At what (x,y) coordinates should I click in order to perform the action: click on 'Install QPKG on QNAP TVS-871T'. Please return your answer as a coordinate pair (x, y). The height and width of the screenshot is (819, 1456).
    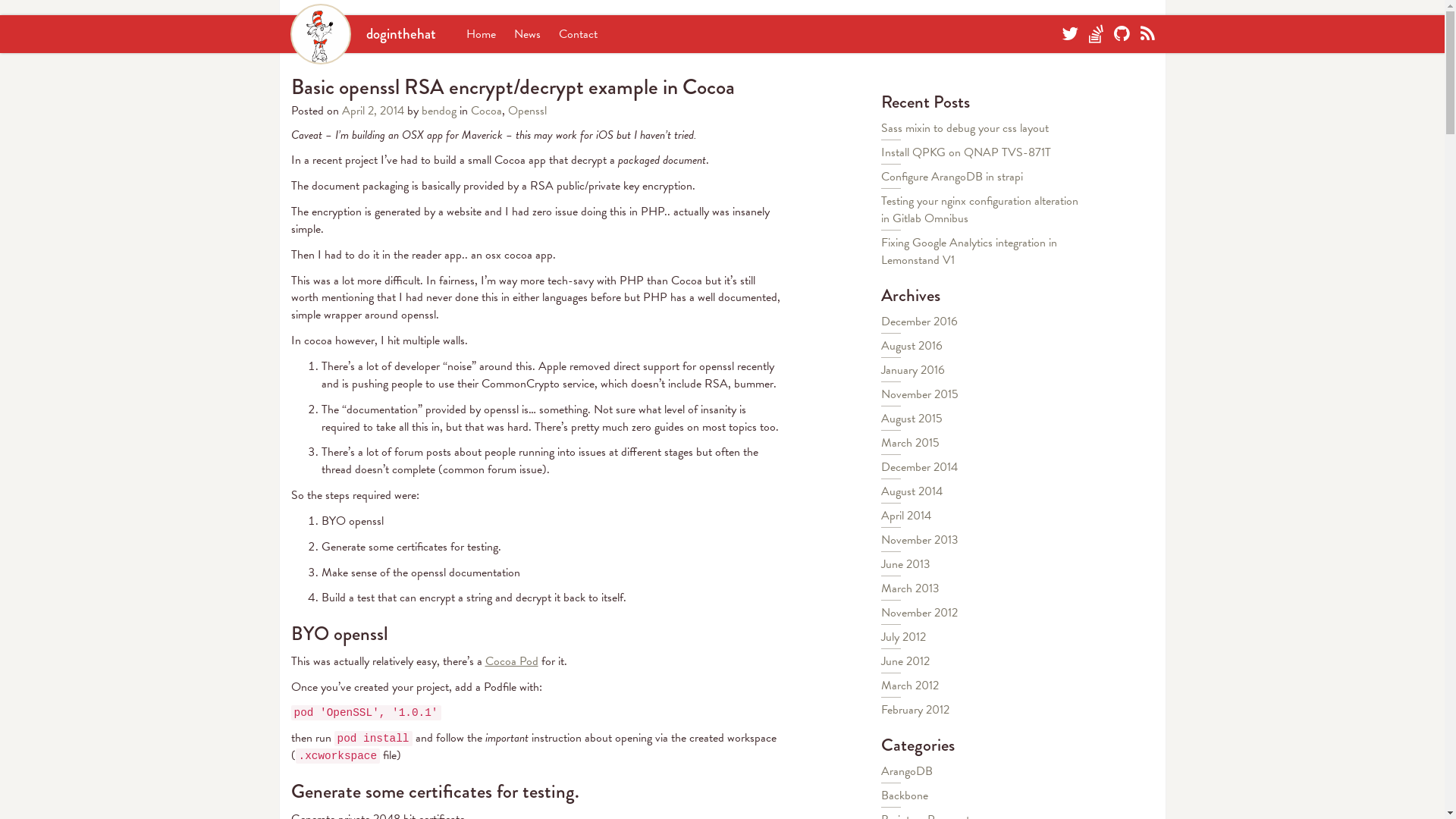
    Looking at the image, I should click on (880, 152).